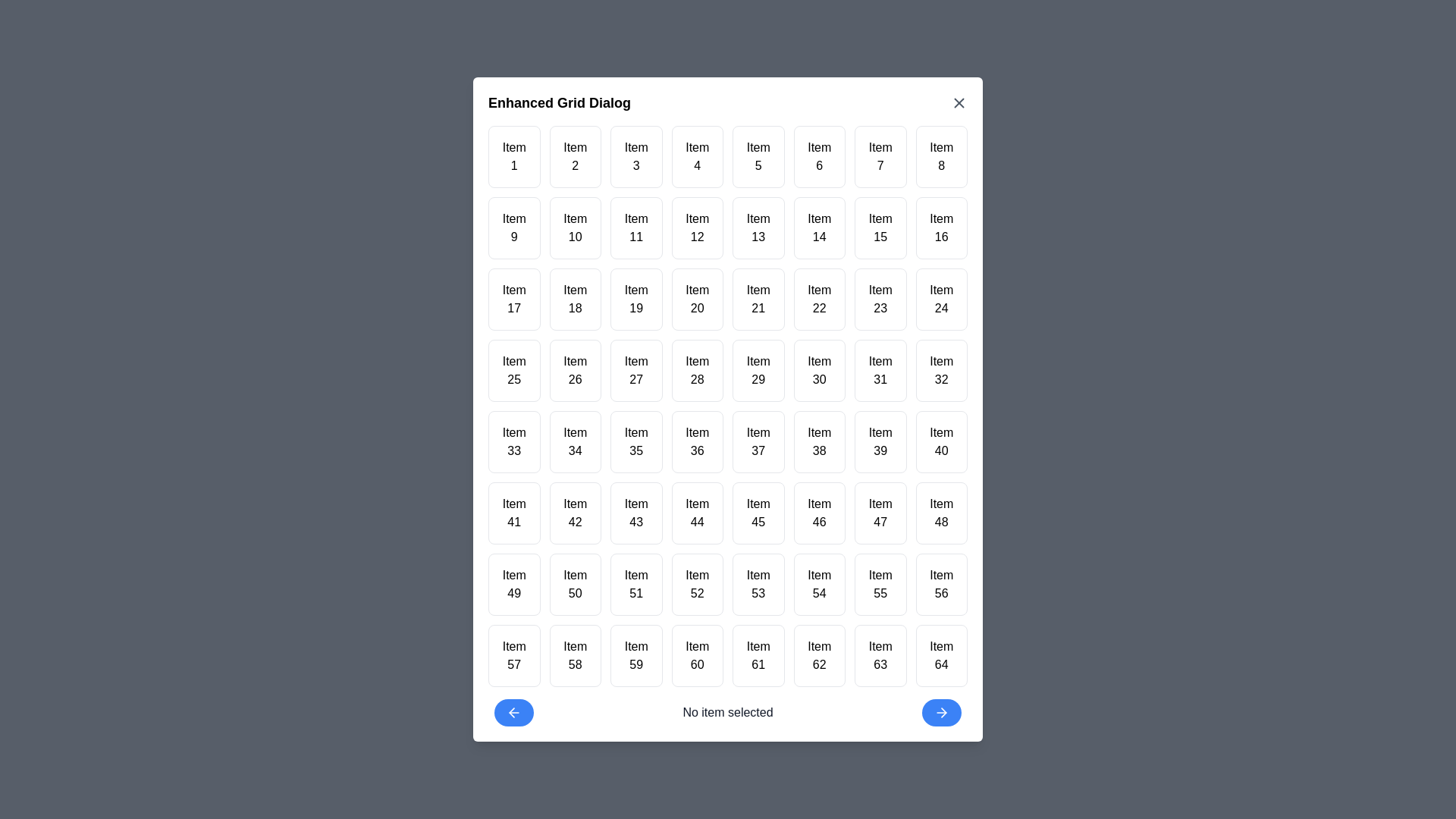 This screenshot has width=1456, height=819. I want to click on the close button to close the dialog, so click(959, 102).